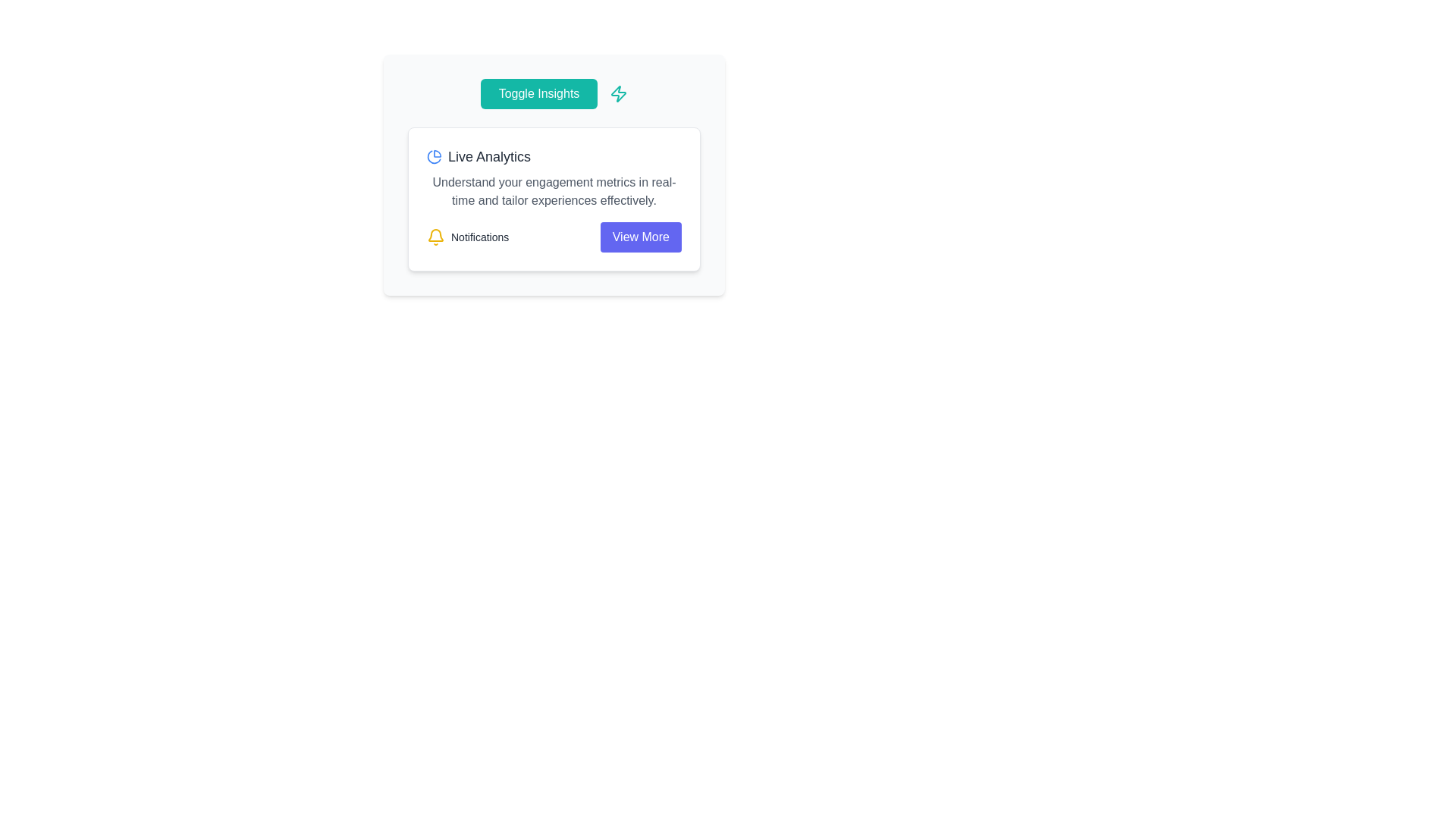 This screenshot has height=819, width=1456. Describe the element at coordinates (641, 237) in the screenshot. I see `the 'View More' button with a purple background and white text located at the bottom-right corner of the 'Notifications' section` at that location.